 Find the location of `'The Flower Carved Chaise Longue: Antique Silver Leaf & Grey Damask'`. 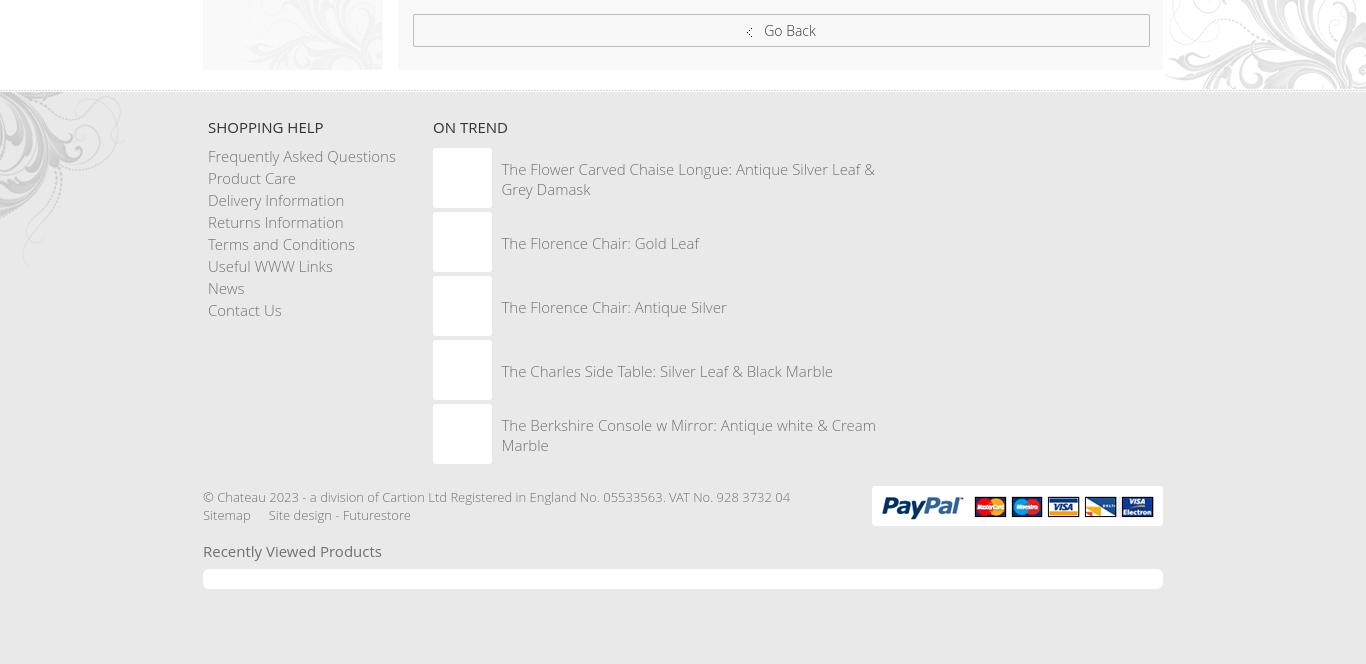

'The Flower Carved Chaise Longue: Antique Silver Leaf & Grey Damask' is located at coordinates (501, 179).